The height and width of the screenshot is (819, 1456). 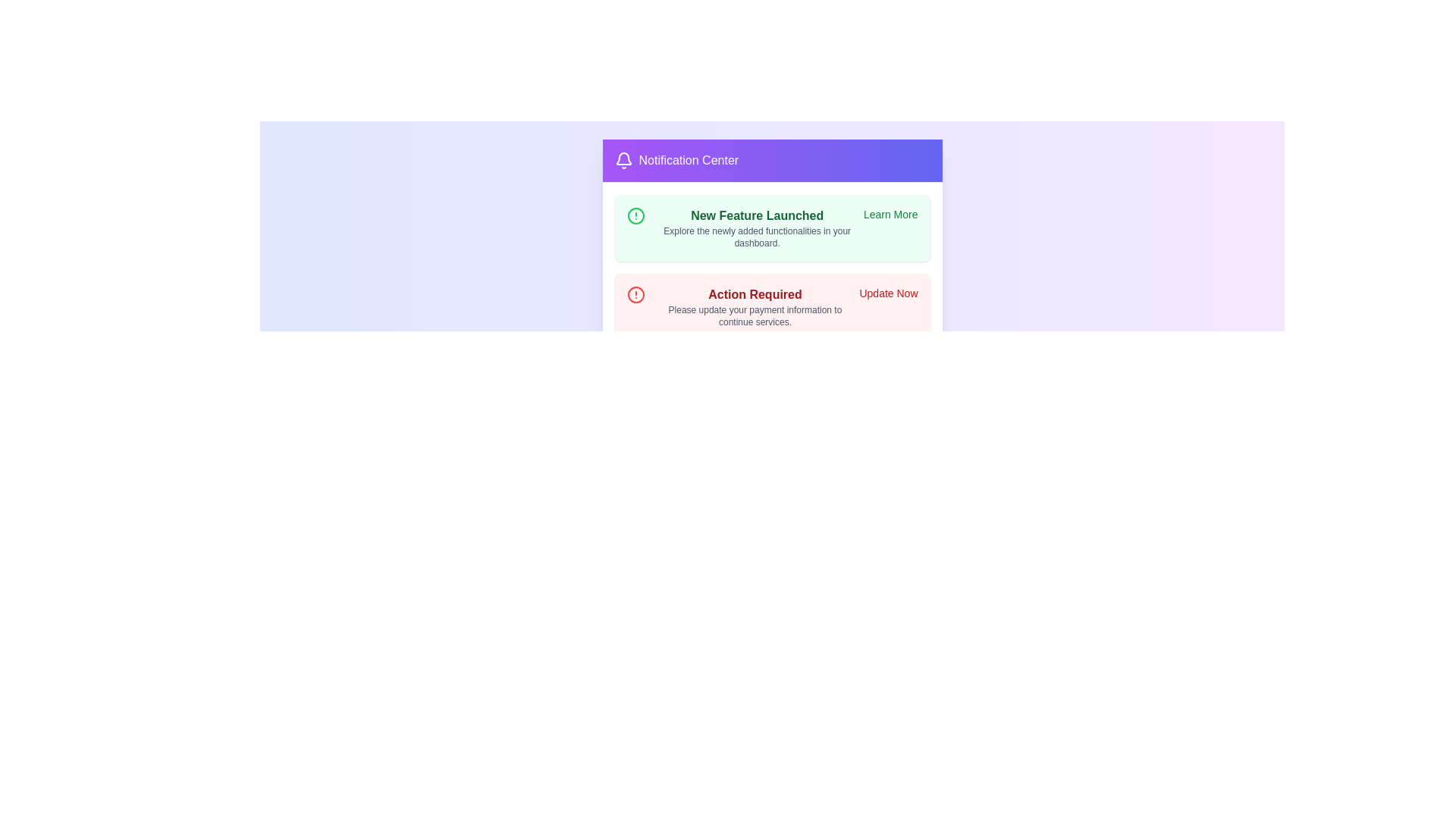 What do you see at coordinates (635, 216) in the screenshot?
I see `the notification icon located in the top notification box with a green background, next to the title 'New Feature Launched'` at bounding box center [635, 216].